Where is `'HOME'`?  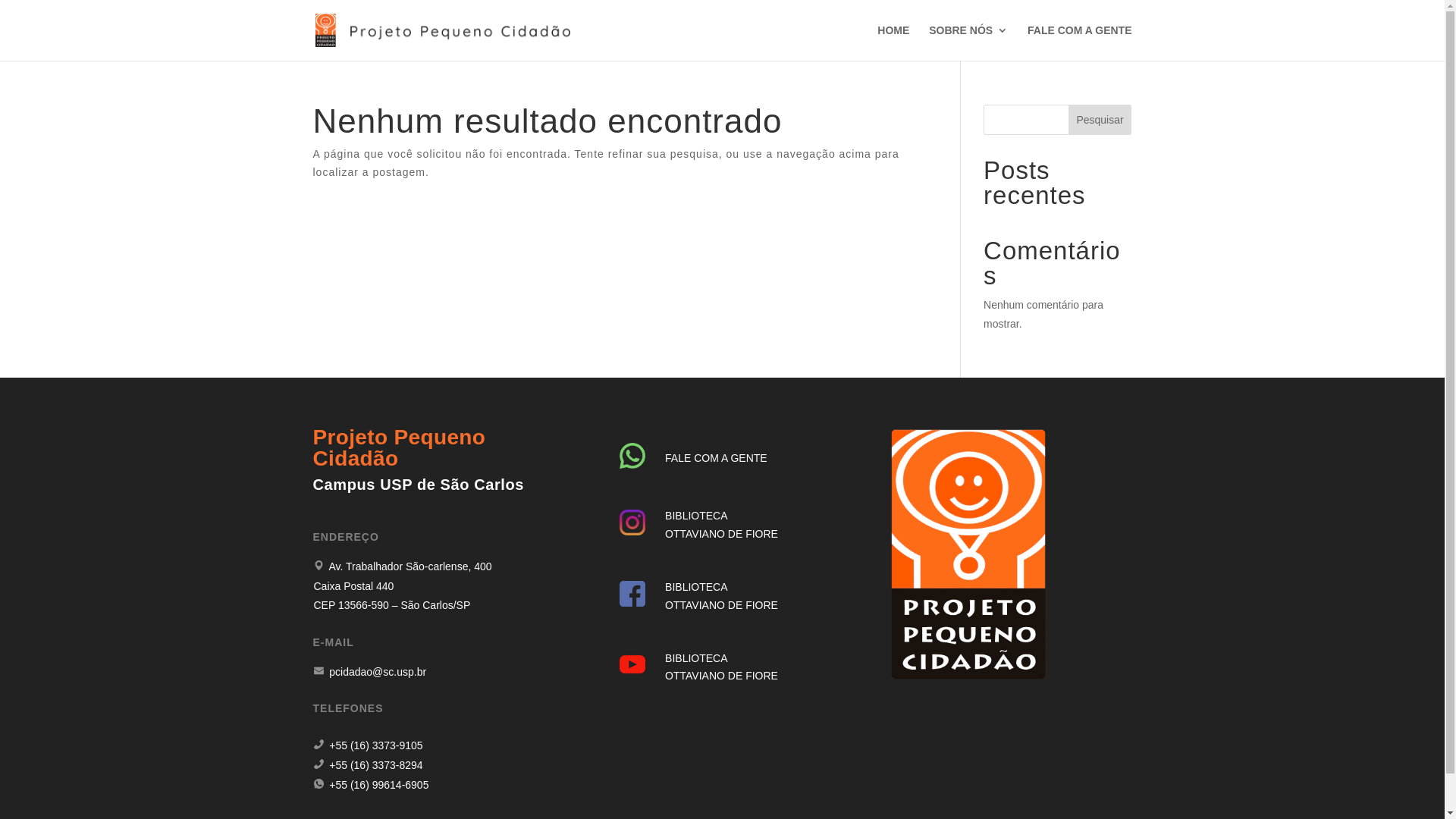
'HOME' is located at coordinates (893, 42).